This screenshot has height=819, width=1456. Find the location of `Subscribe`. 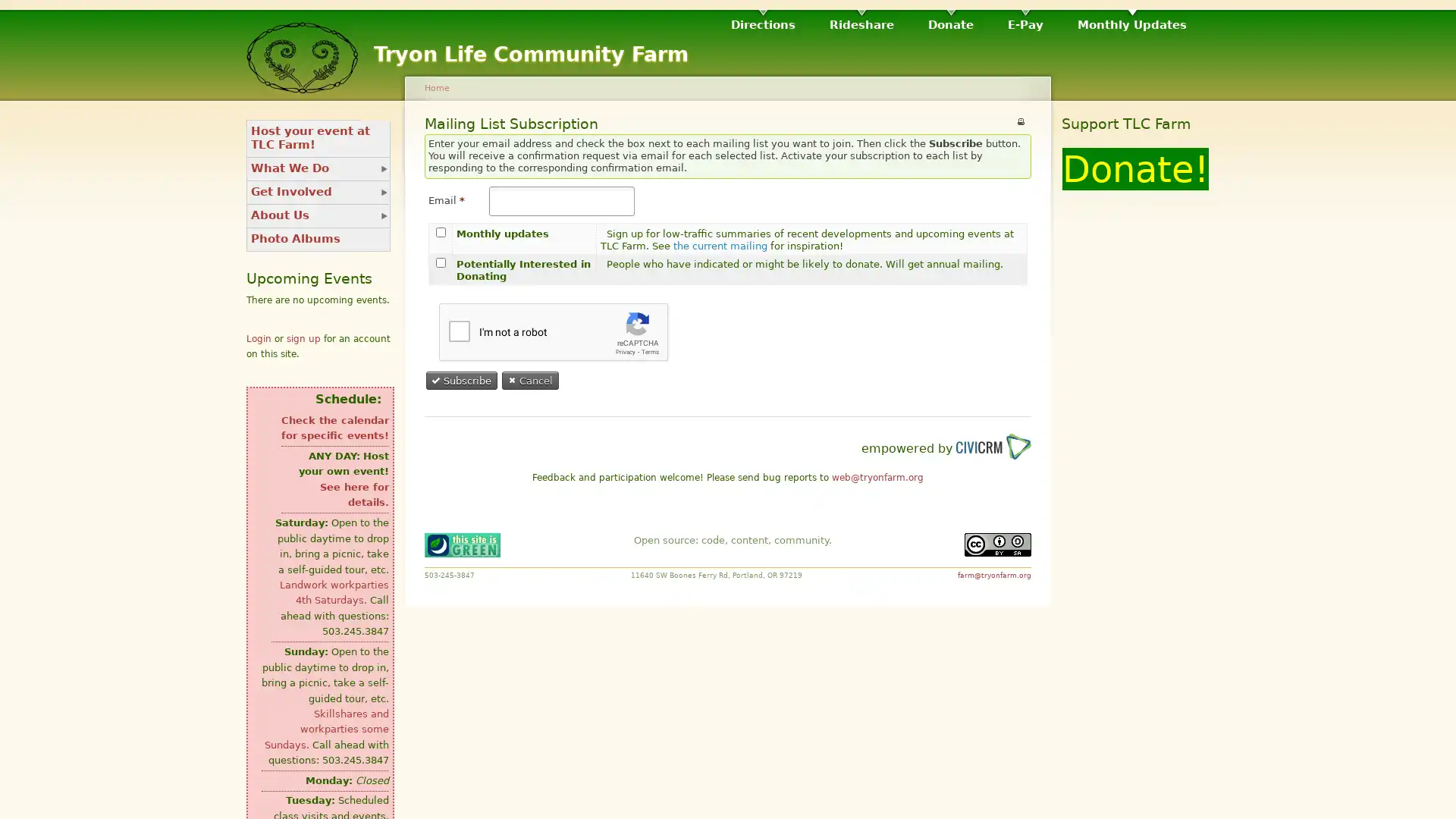

Subscribe is located at coordinates (461, 379).